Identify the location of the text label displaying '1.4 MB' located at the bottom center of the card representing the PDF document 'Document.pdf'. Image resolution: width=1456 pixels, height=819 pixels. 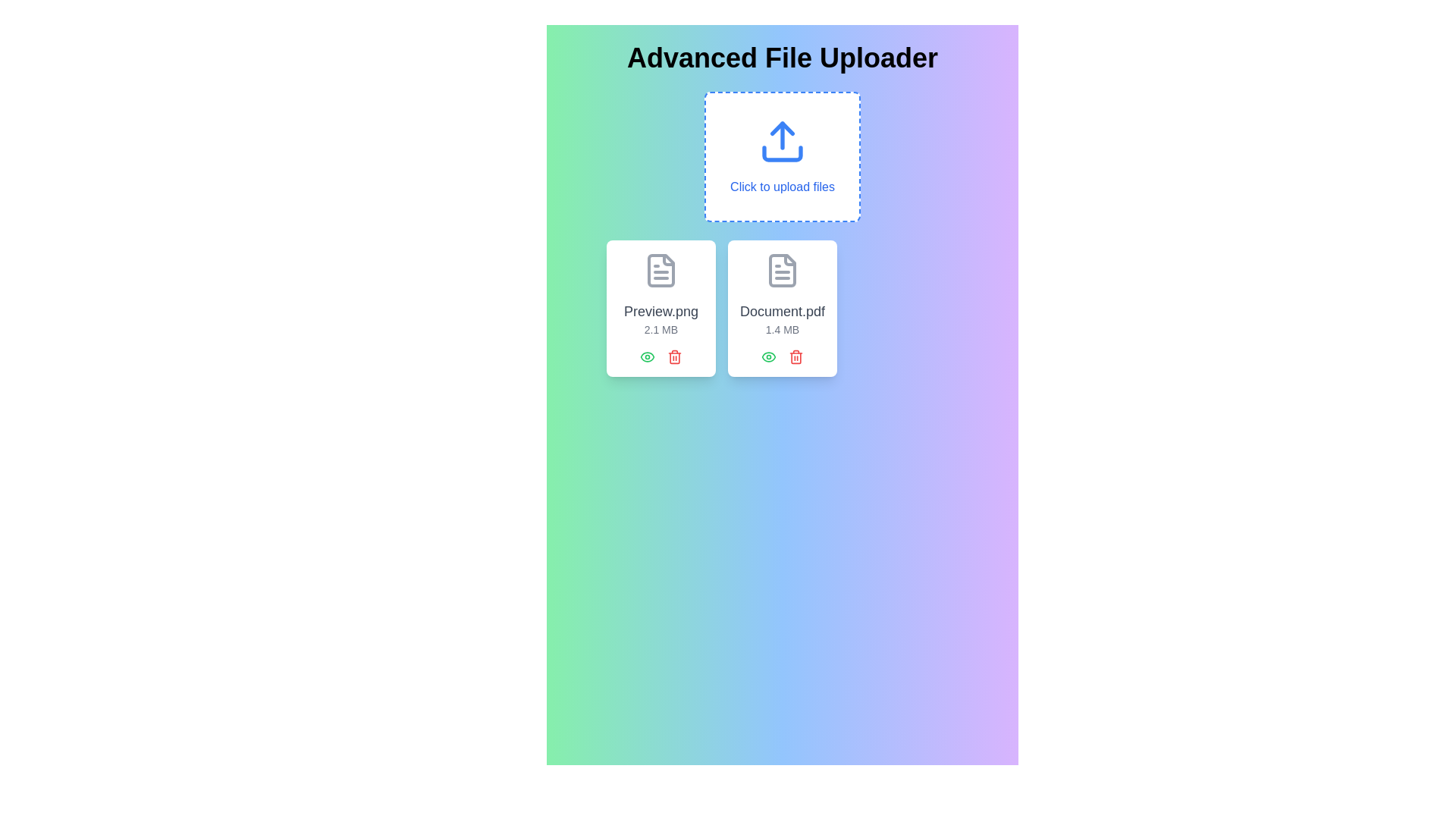
(783, 329).